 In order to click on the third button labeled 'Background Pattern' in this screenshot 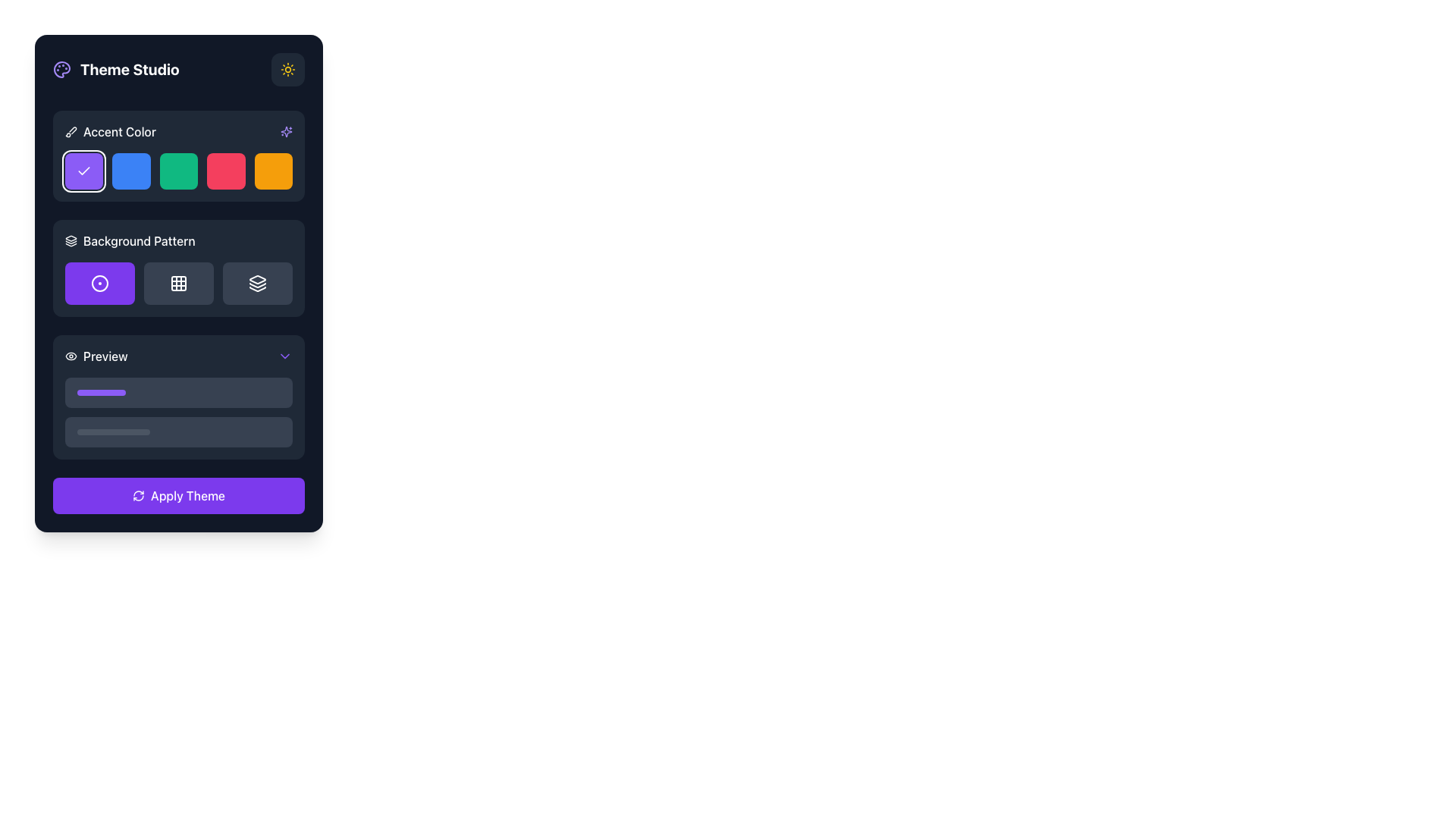, I will do `click(258, 284)`.